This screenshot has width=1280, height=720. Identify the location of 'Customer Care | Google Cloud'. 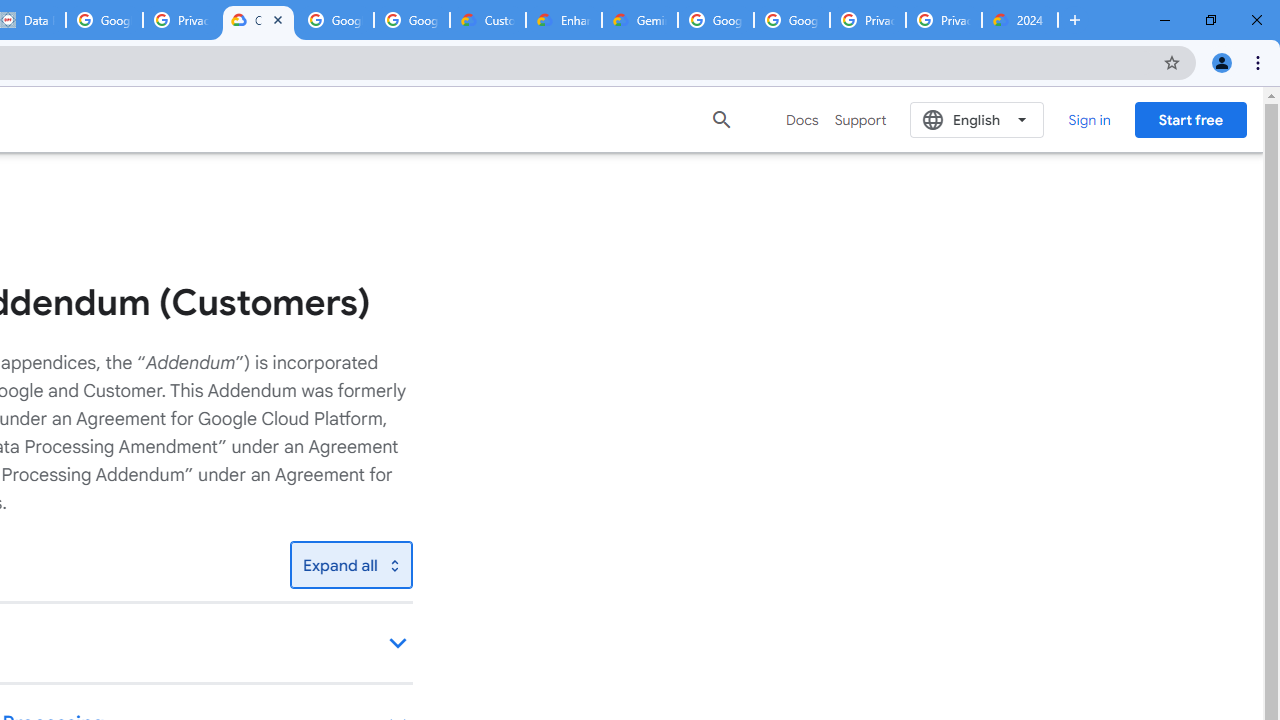
(488, 20).